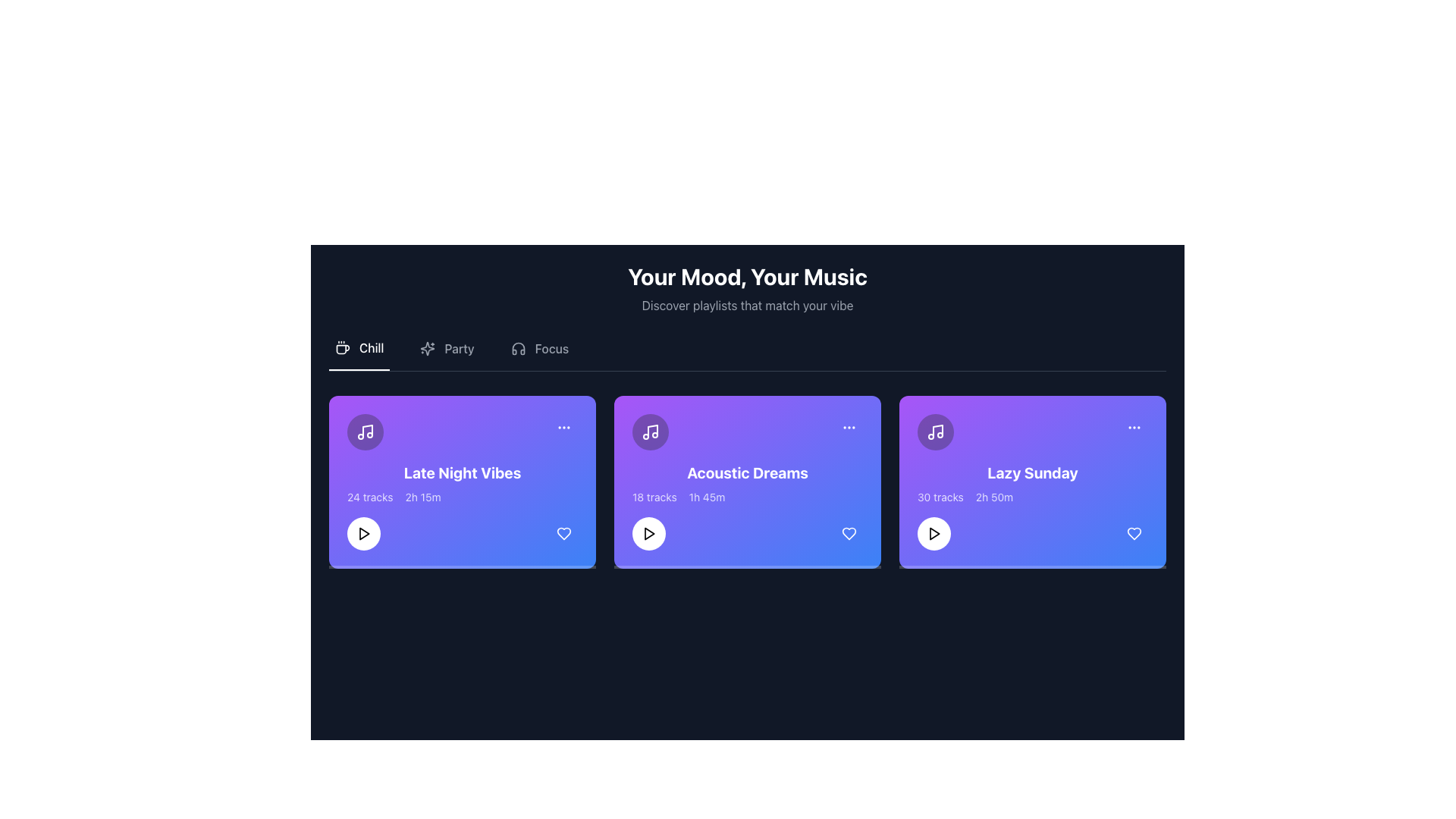 The height and width of the screenshot is (819, 1456). What do you see at coordinates (848, 533) in the screenshot?
I see `the heart-shaped icon in the bottom-right corner of the 'Acoustic Dreams' card to mark it as liked or favorited` at bounding box center [848, 533].